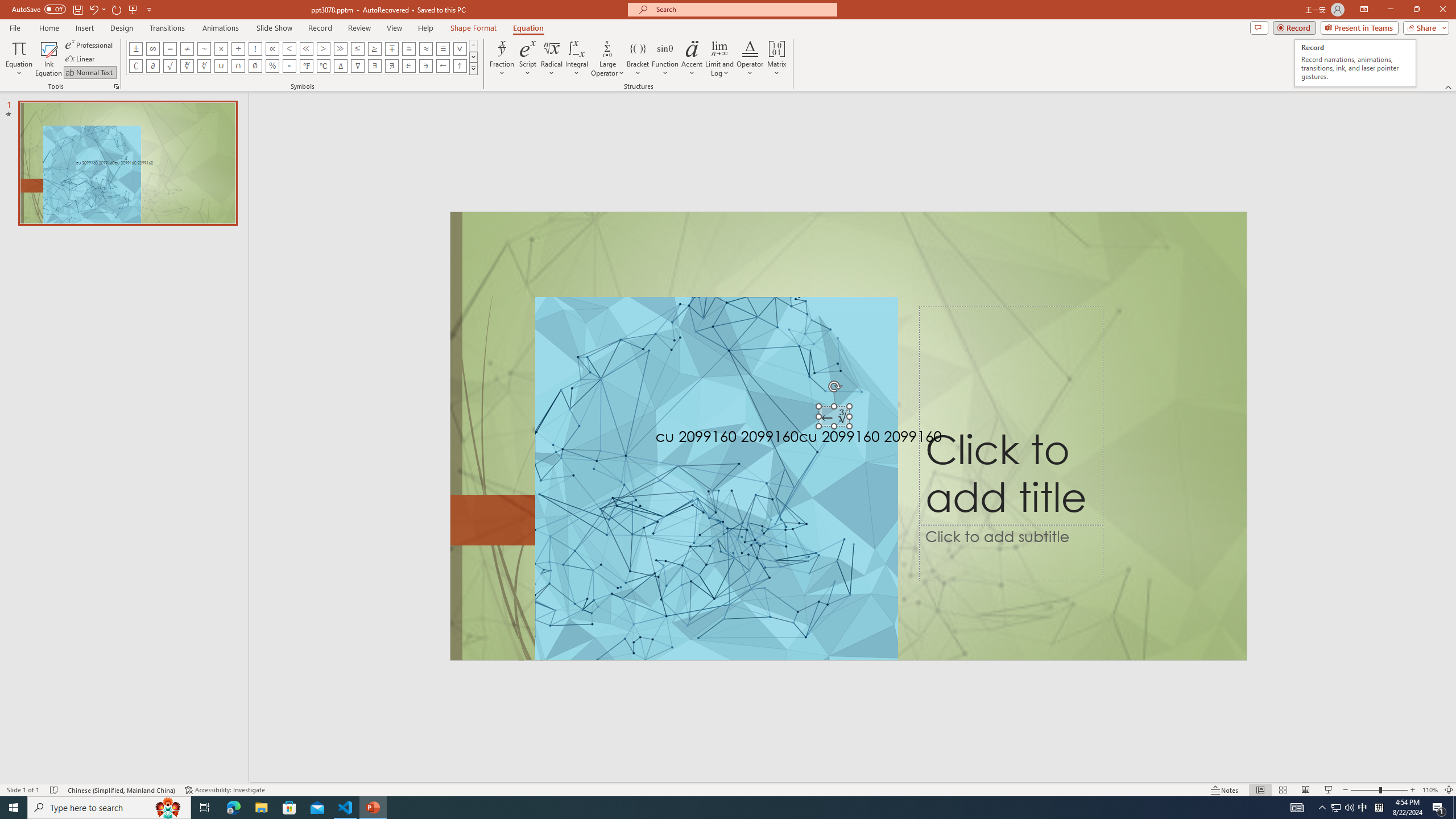 This screenshot has width=1456, height=819. What do you see at coordinates (255, 48) in the screenshot?
I see `'Equation Symbol Factorial'` at bounding box center [255, 48].